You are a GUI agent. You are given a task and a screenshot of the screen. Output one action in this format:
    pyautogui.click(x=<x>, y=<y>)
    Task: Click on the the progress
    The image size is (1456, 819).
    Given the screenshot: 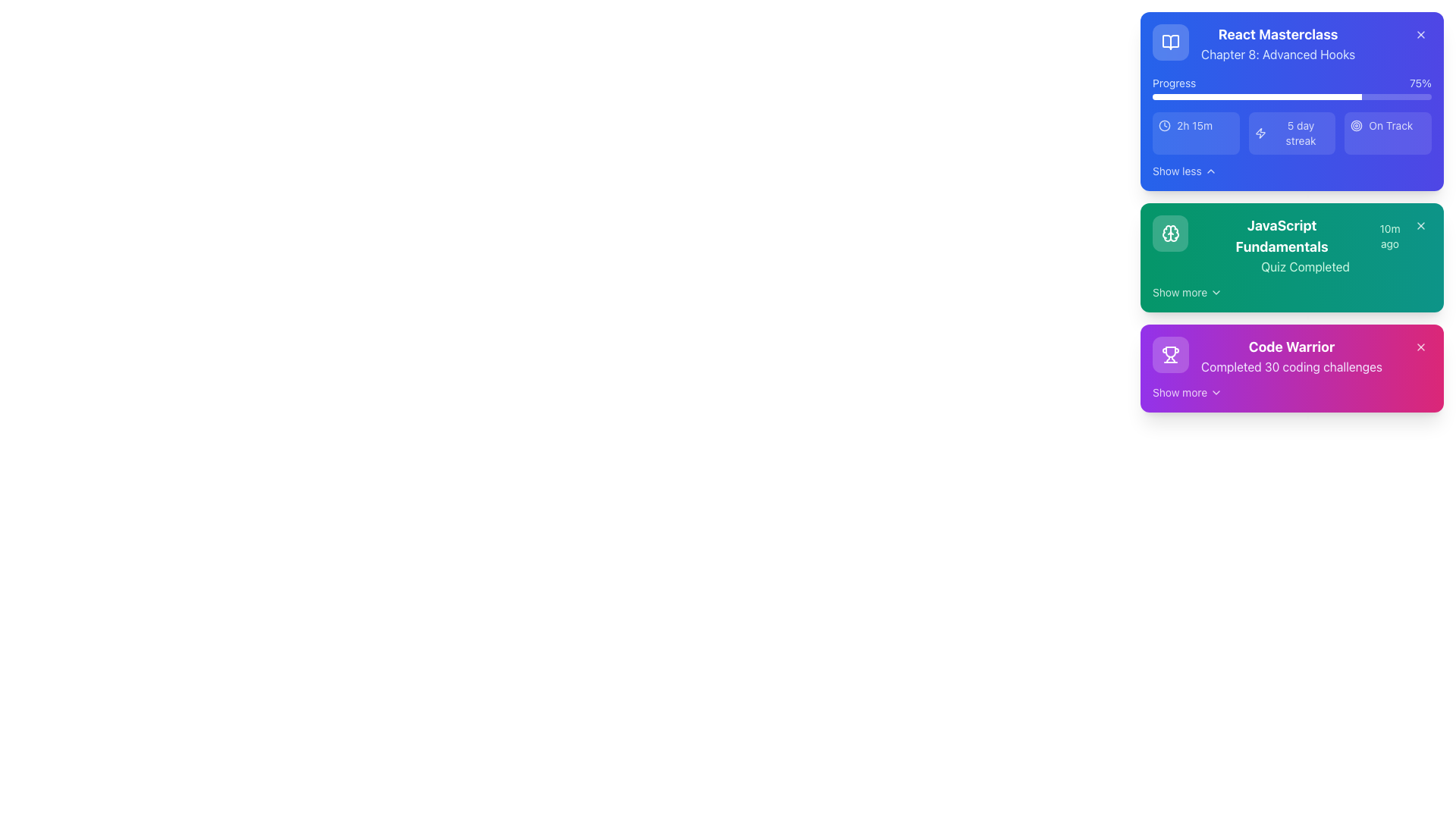 What is the action you would take?
    pyautogui.click(x=1294, y=96)
    